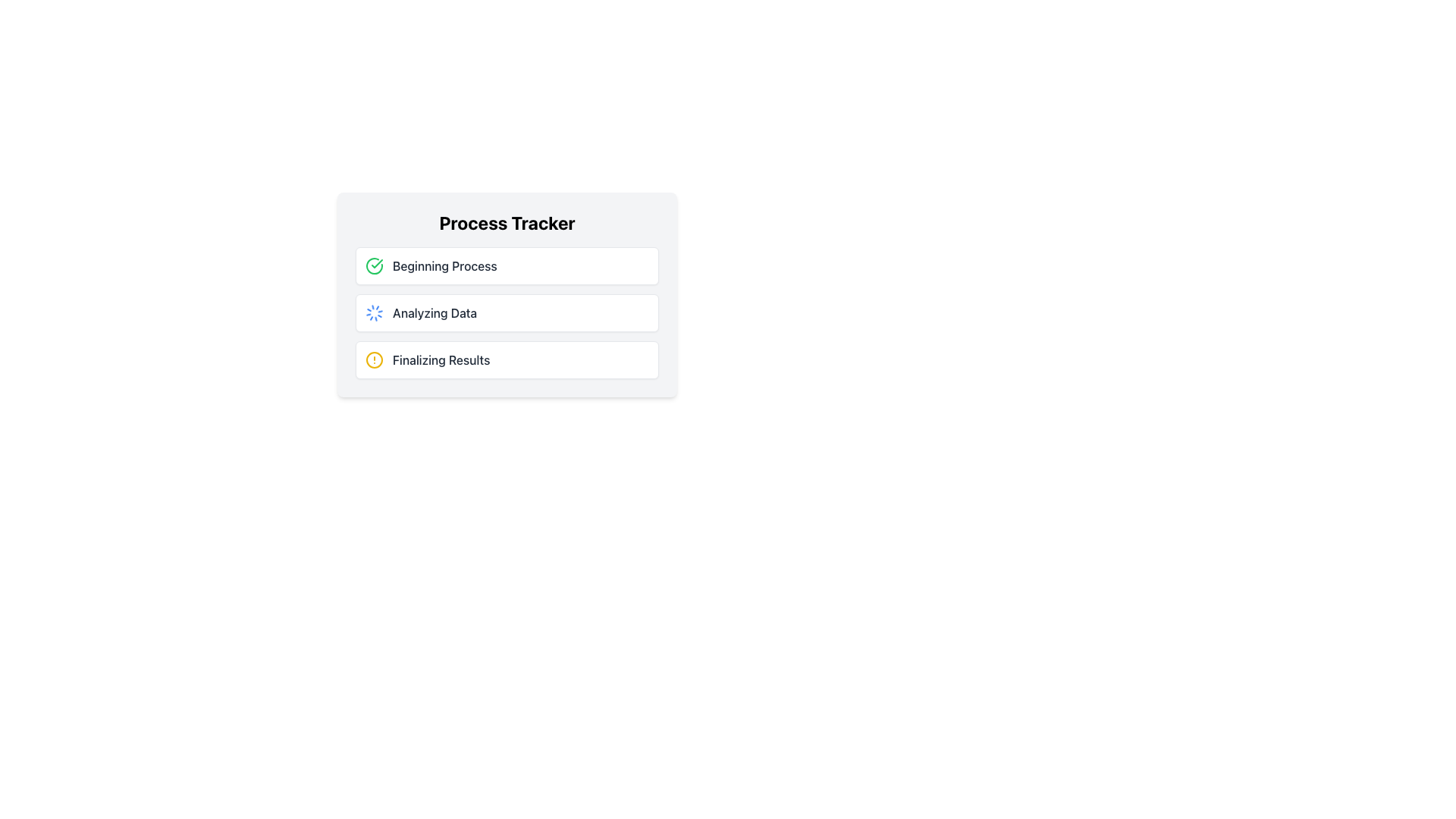 The width and height of the screenshot is (1456, 819). I want to click on label 'Beginning Process' which is a textual label styled with medium font weight and dark gray color, located at the top of the list under the 'Process Tracker' heading, so click(430, 265).